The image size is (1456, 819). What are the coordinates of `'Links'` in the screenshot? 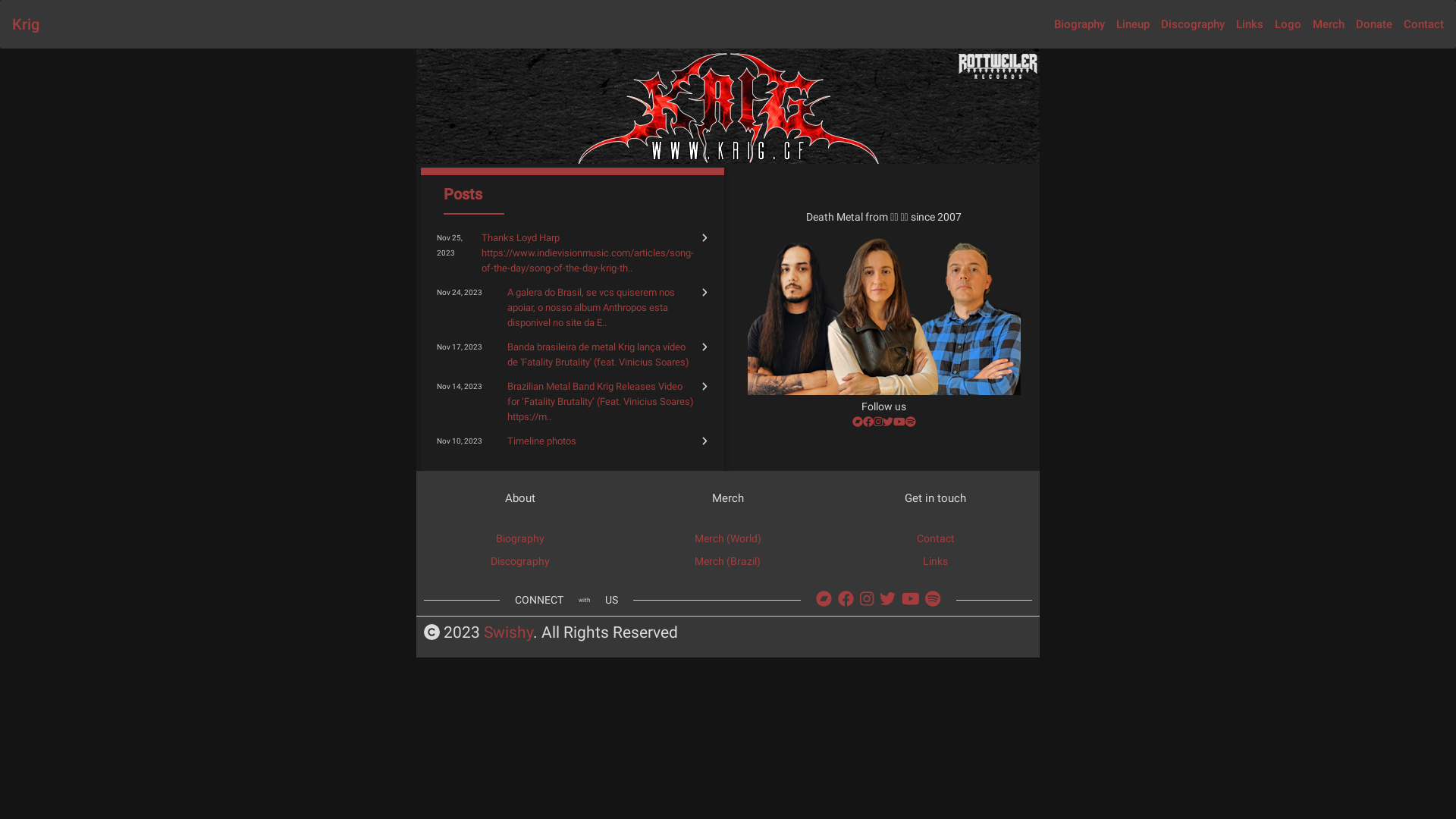 It's located at (922, 561).